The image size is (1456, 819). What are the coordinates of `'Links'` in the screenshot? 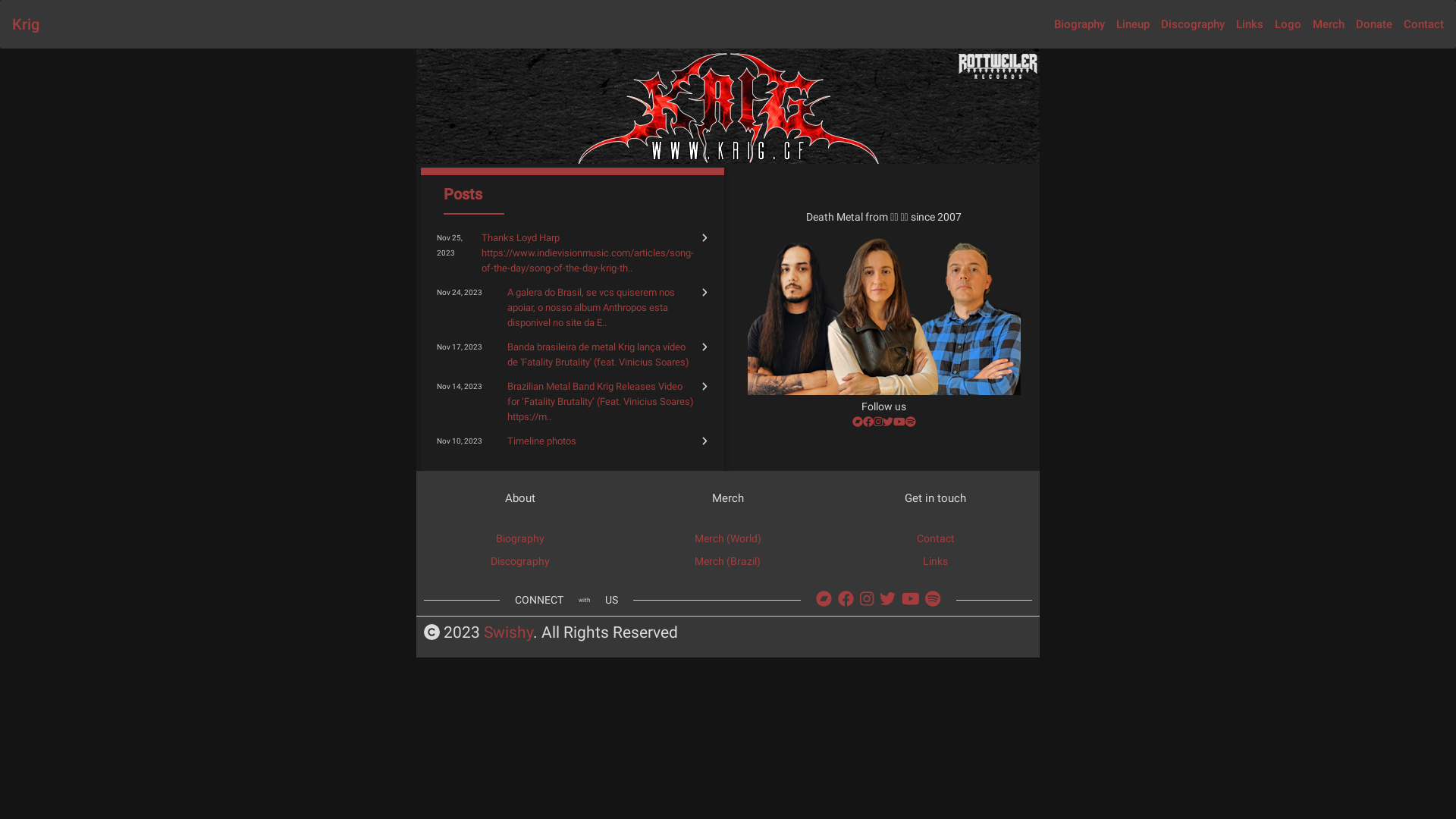 It's located at (922, 561).